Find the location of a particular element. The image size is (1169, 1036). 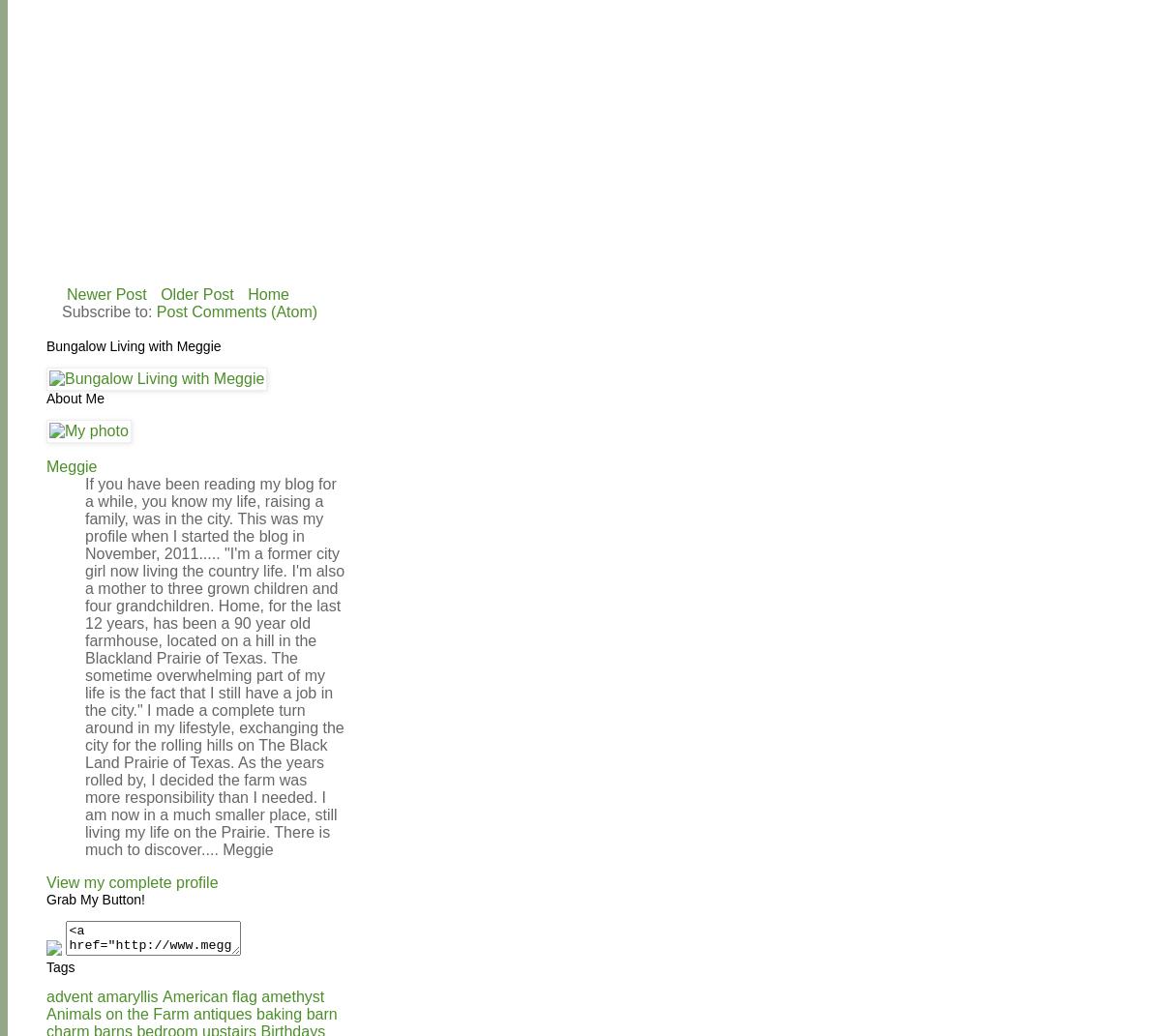

'Subscribe to:' is located at coordinates (61, 310).